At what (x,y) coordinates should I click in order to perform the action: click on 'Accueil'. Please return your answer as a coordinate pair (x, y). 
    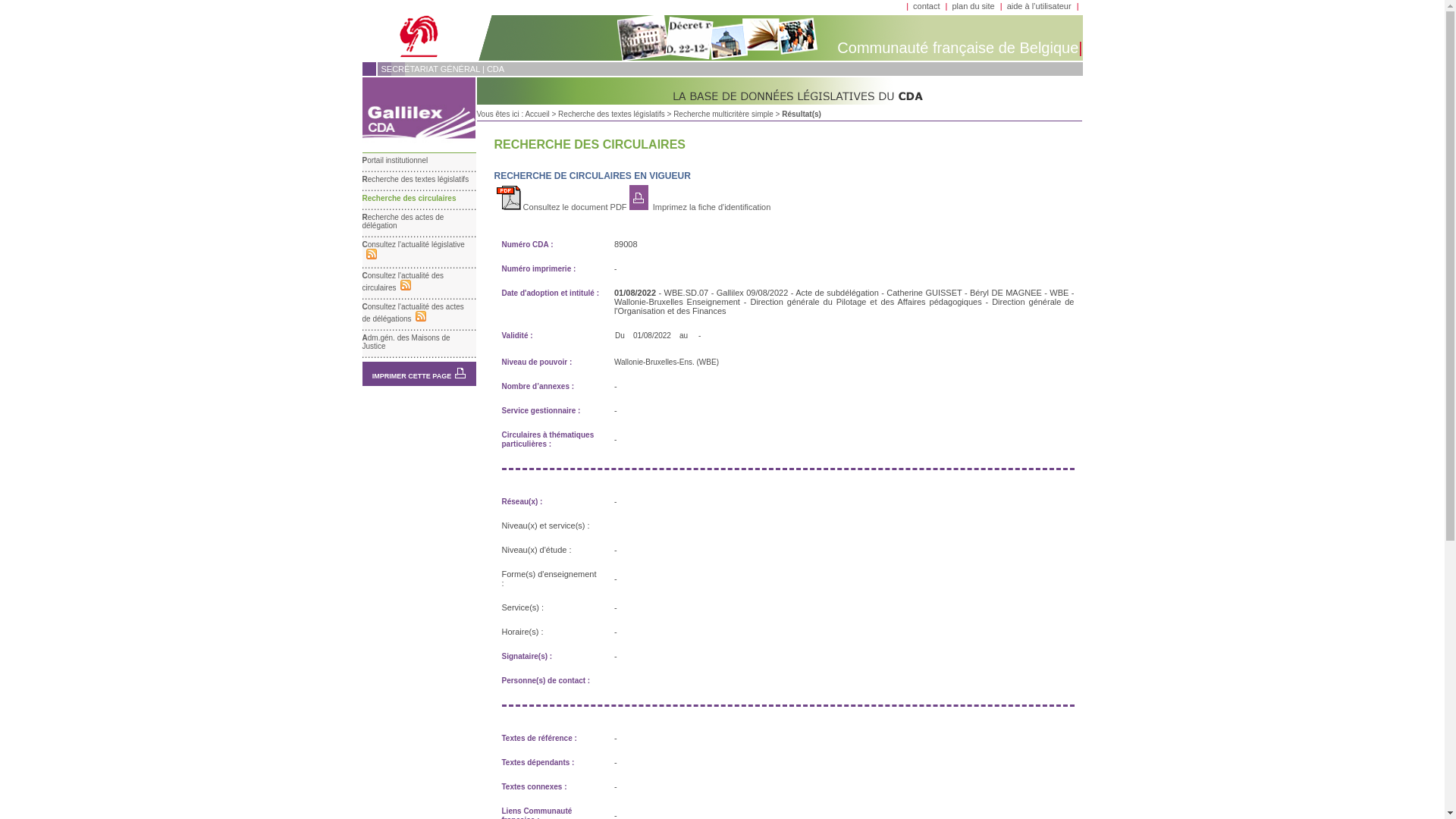
    Looking at the image, I should click on (537, 113).